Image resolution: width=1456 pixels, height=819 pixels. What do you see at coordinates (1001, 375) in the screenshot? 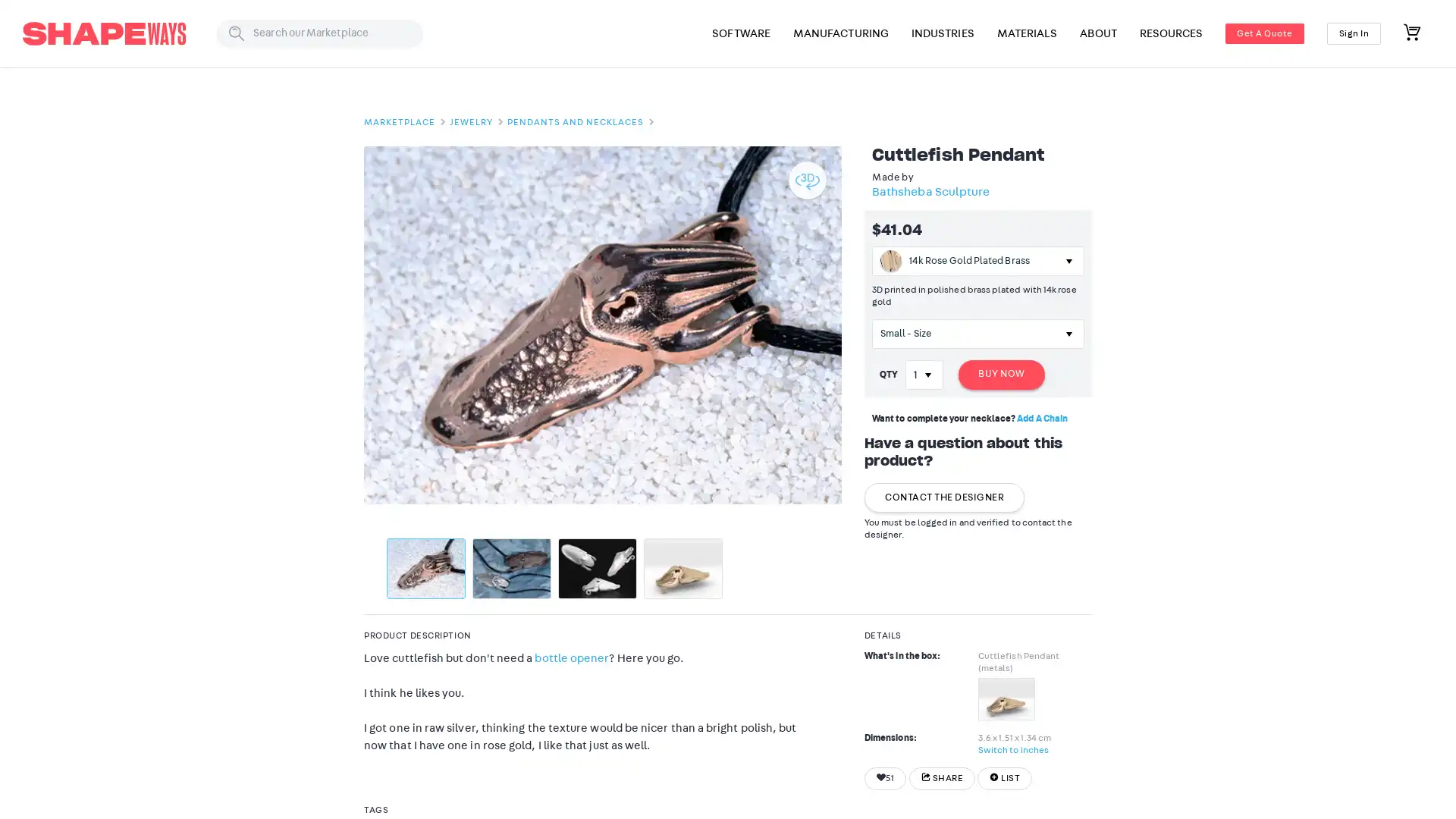
I see `BUY NOW` at bounding box center [1001, 375].